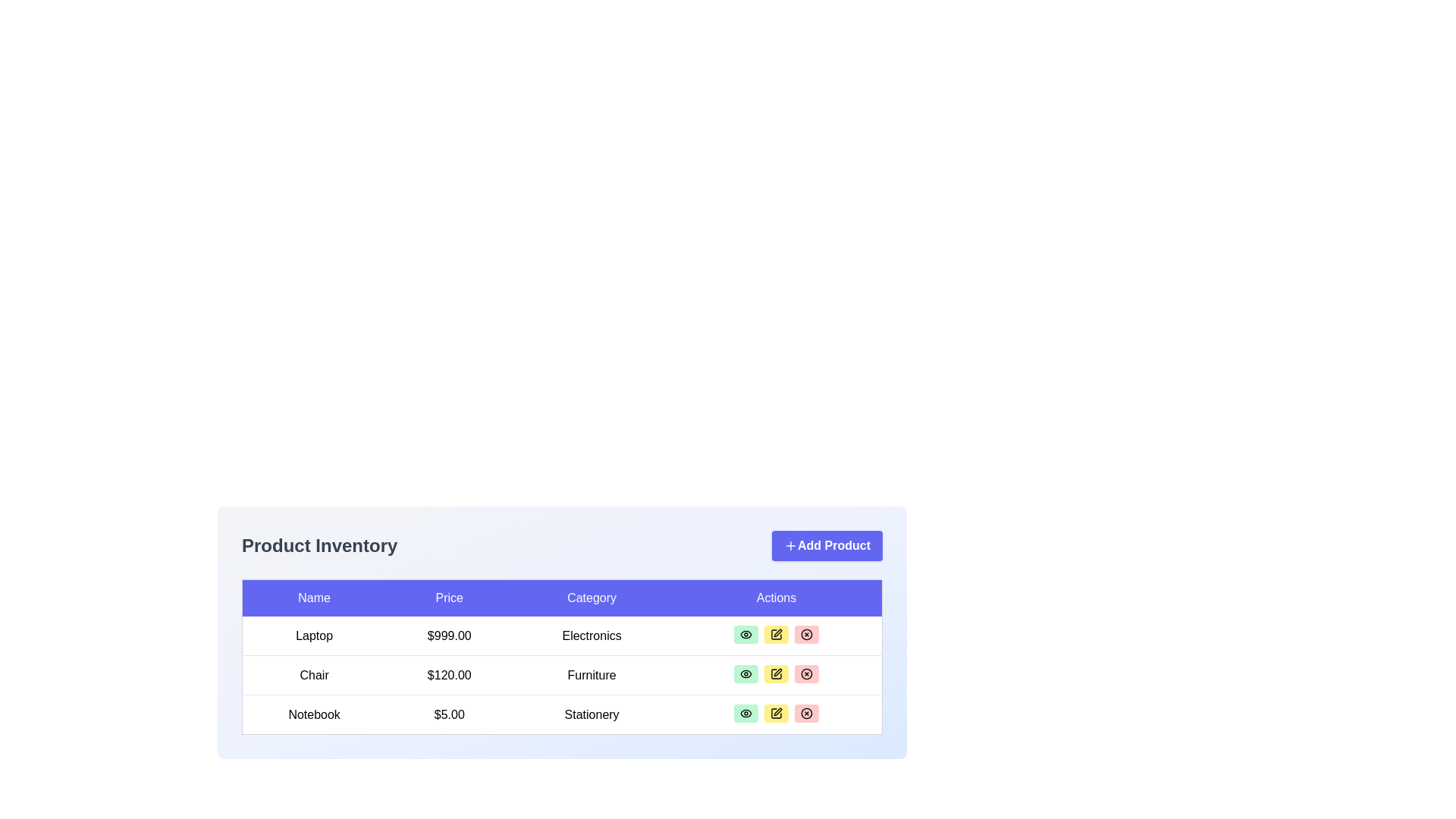  Describe the element at coordinates (805, 673) in the screenshot. I see `the delete button for the 'Chair' product entry in the actions column of the table` at that location.